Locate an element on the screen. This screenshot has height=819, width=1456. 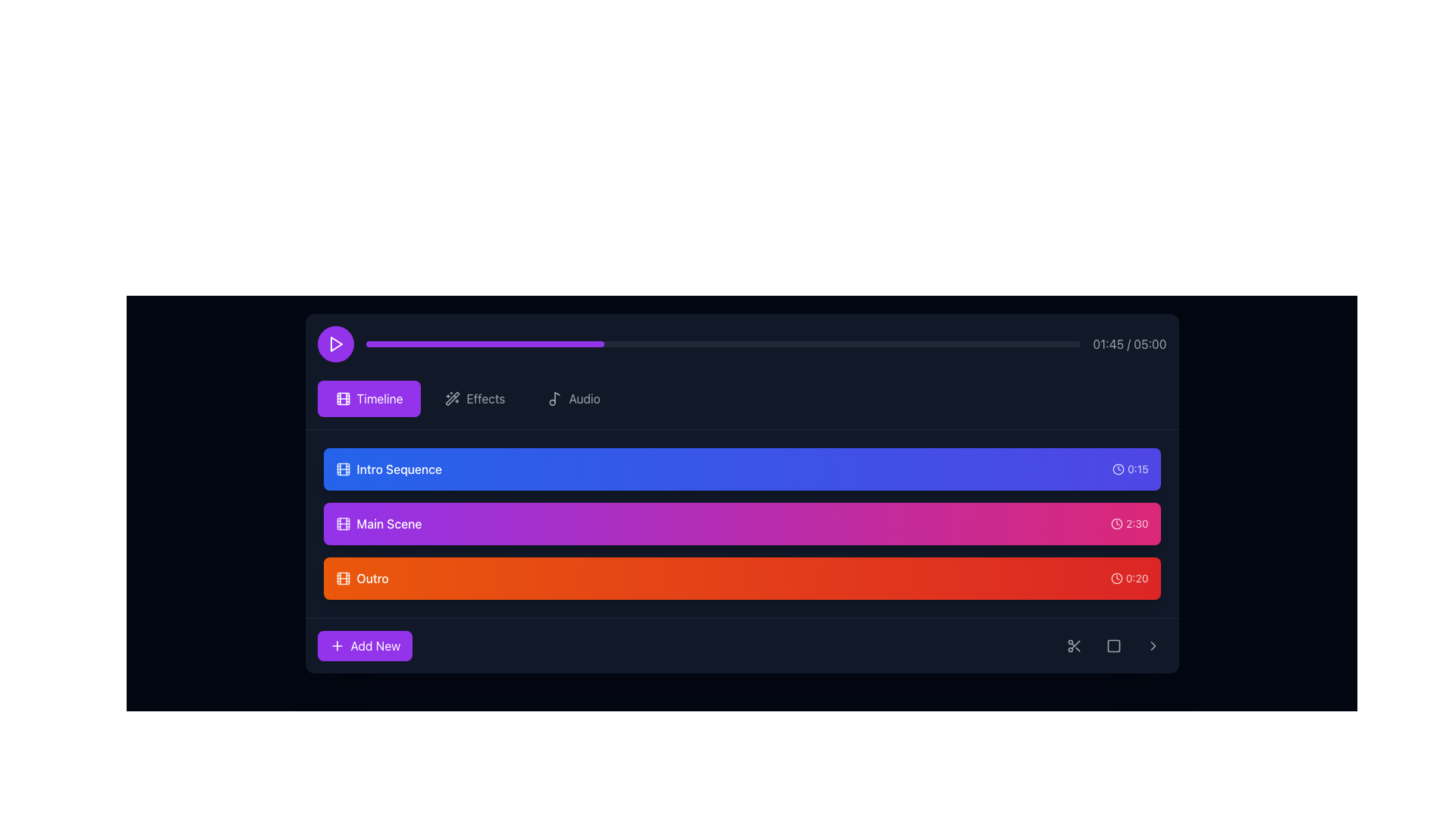
the label displaying the value '2:30', which is styled with light text on a translucent background and positioned next to a clock icon is located at coordinates (1129, 522).